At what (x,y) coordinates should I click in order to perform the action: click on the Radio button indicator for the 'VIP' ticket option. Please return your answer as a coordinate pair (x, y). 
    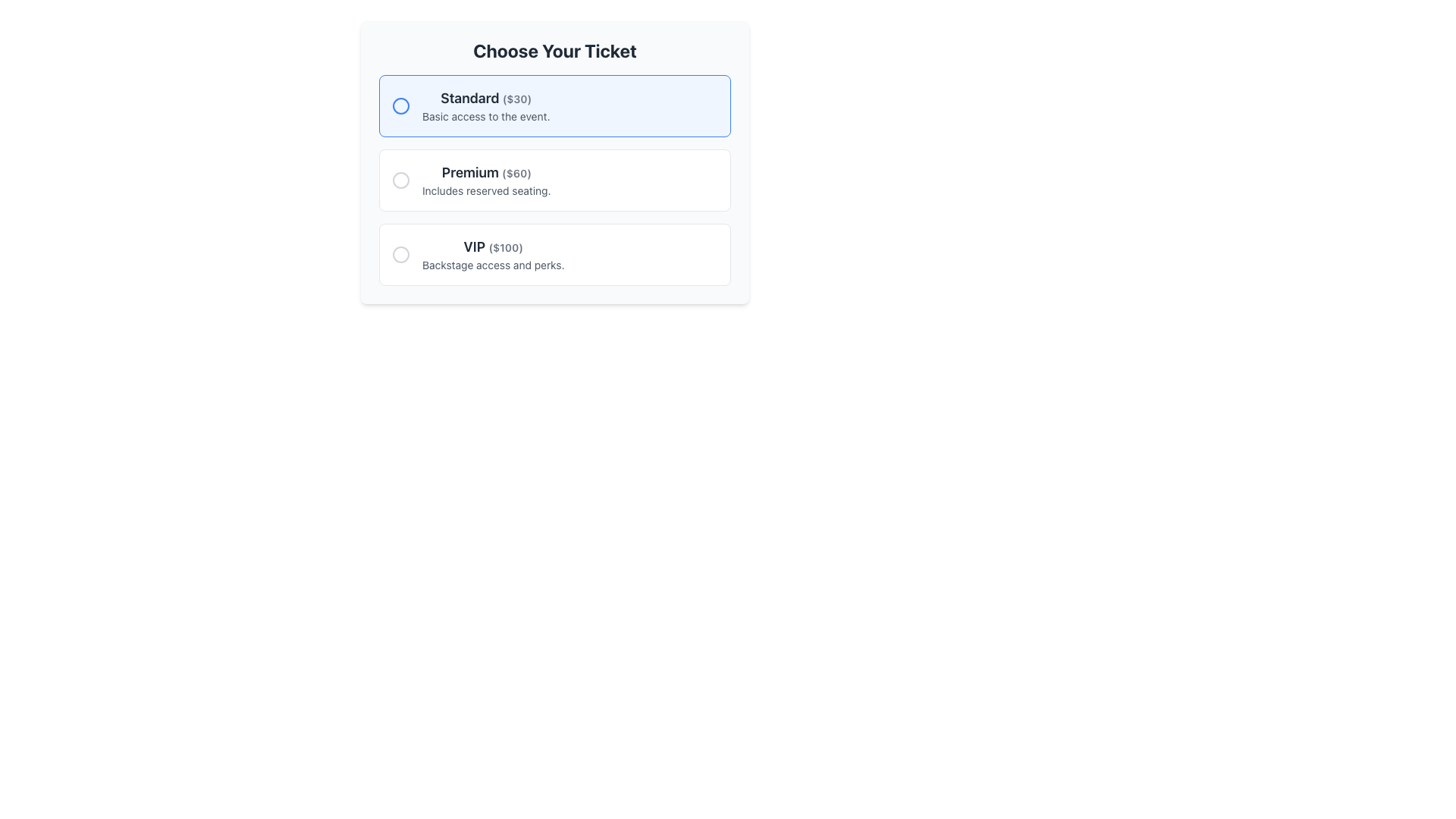
    Looking at the image, I should click on (400, 253).